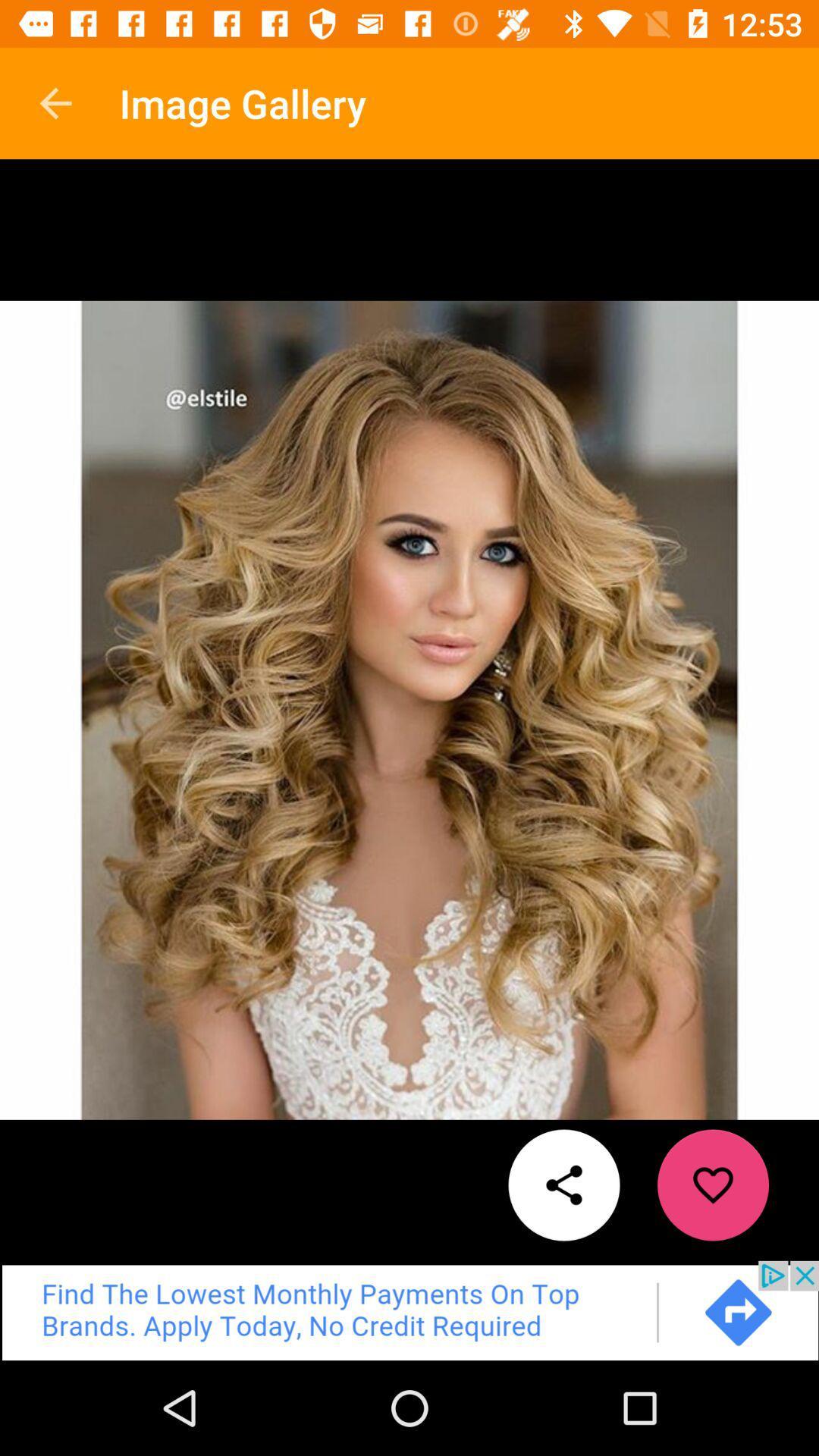 This screenshot has height=1456, width=819. I want to click on share, so click(564, 1185).